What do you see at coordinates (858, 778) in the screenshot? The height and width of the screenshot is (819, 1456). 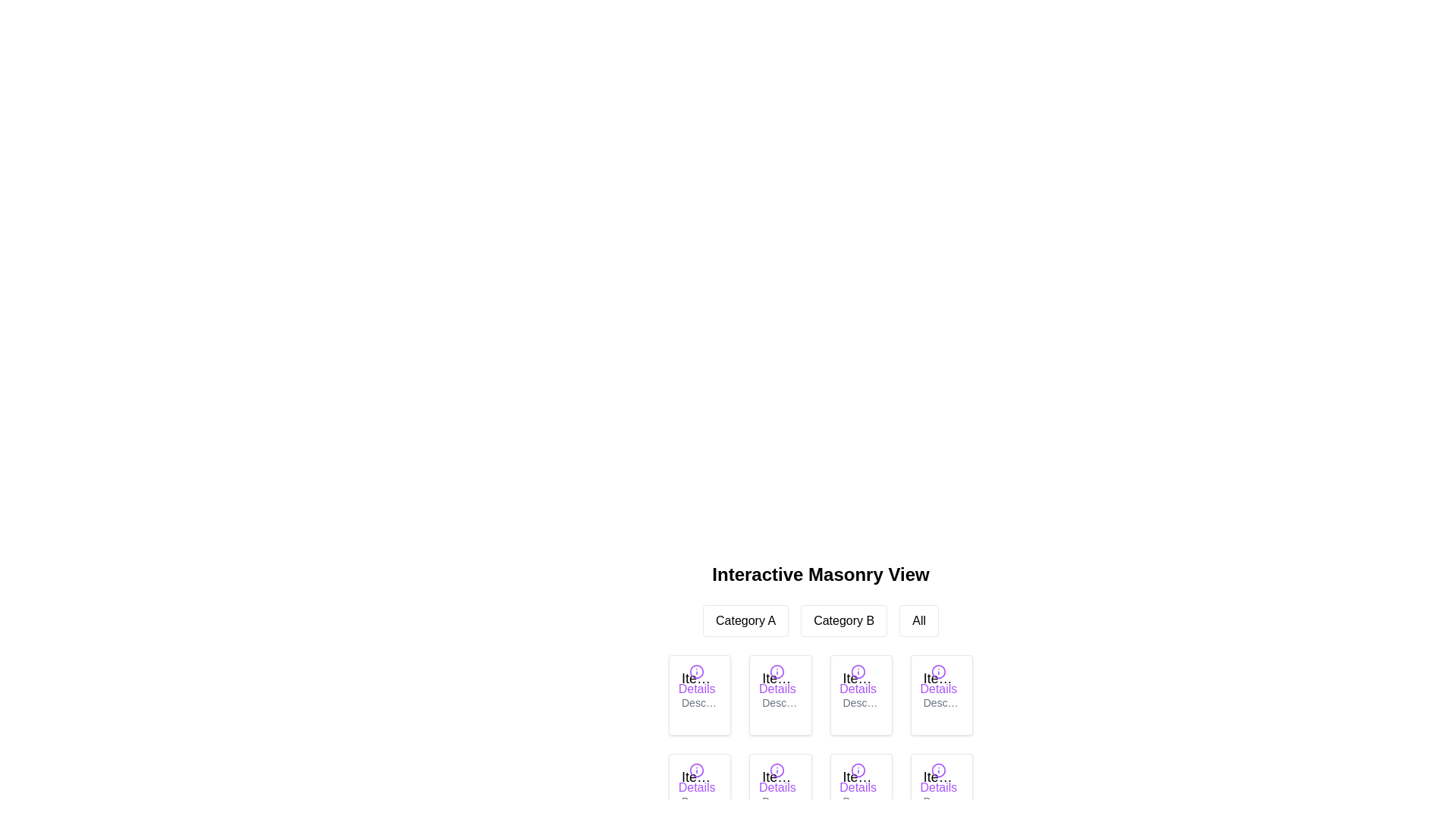 I see `the purple textual hyperlink labeled 'Details' located in the top-right corner of the 'Item 7' card` at bounding box center [858, 778].